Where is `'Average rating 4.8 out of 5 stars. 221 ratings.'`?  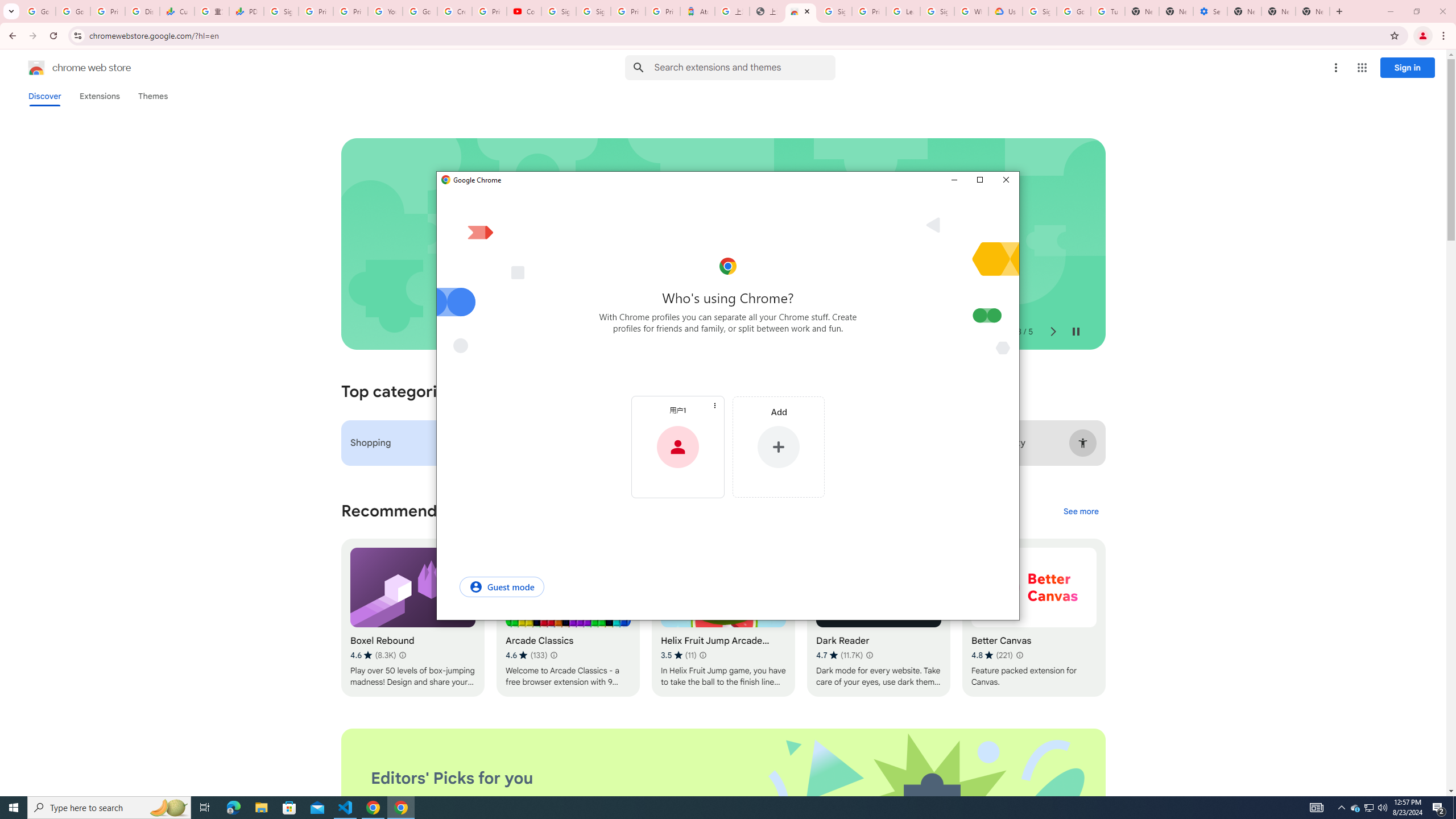
'Average rating 4.8 out of 5 stars. 221 ratings.' is located at coordinates (992, 655).